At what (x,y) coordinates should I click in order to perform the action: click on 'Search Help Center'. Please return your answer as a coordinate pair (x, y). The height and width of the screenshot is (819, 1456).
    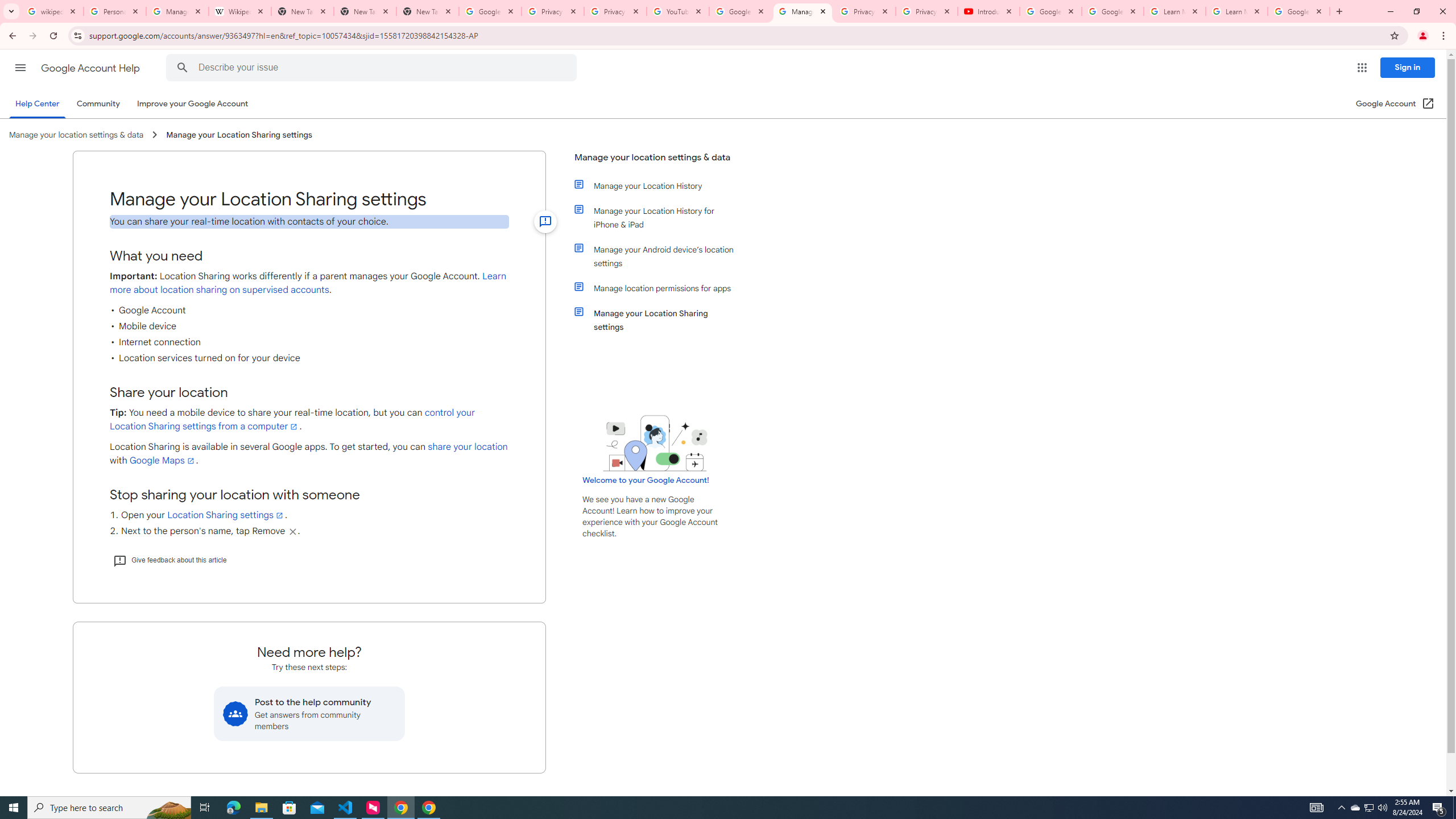
    Looking at the image, I should click on (181, 67).